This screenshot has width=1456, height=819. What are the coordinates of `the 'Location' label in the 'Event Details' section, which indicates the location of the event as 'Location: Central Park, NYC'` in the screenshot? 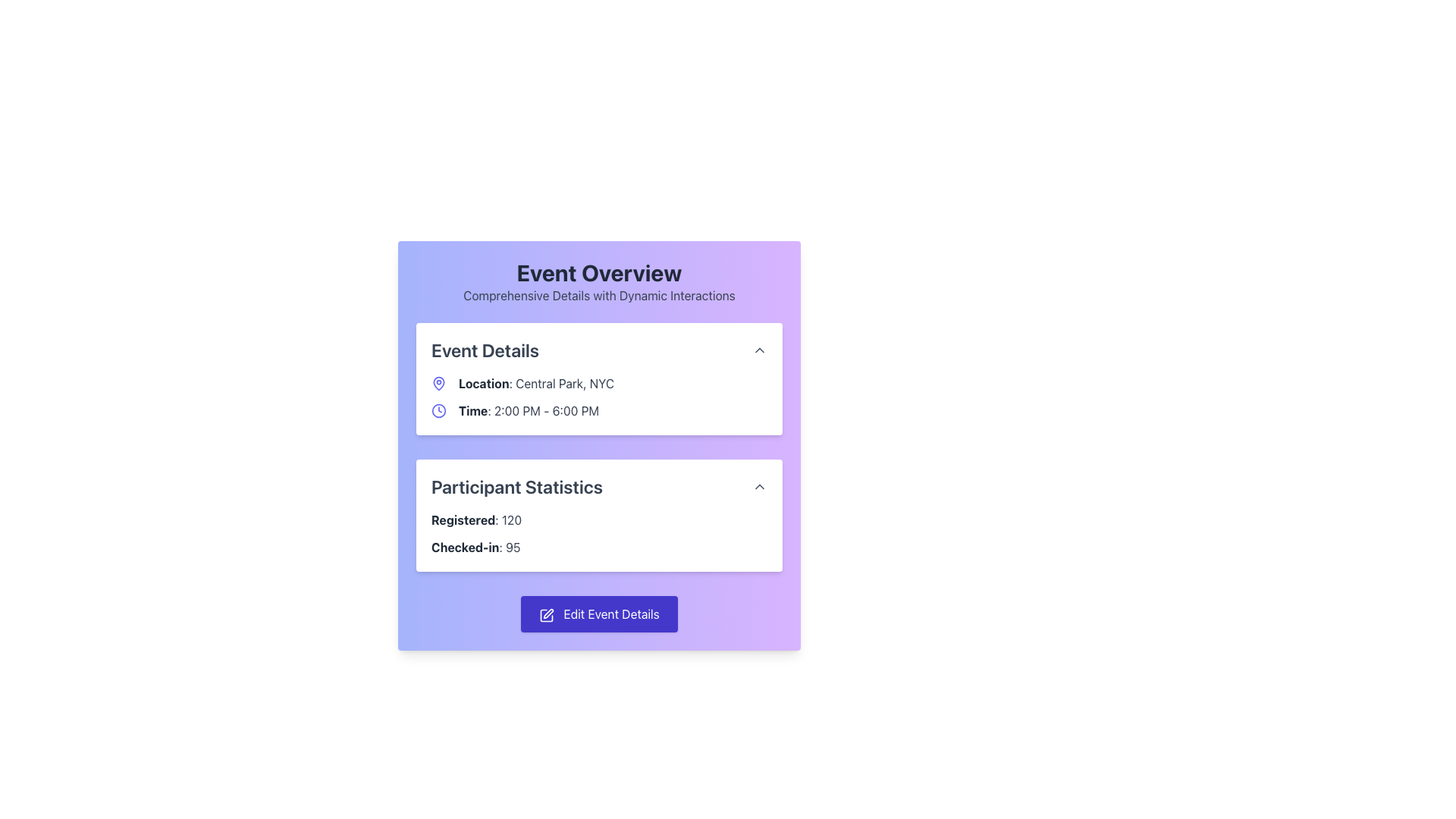 It's located at (483, 382).